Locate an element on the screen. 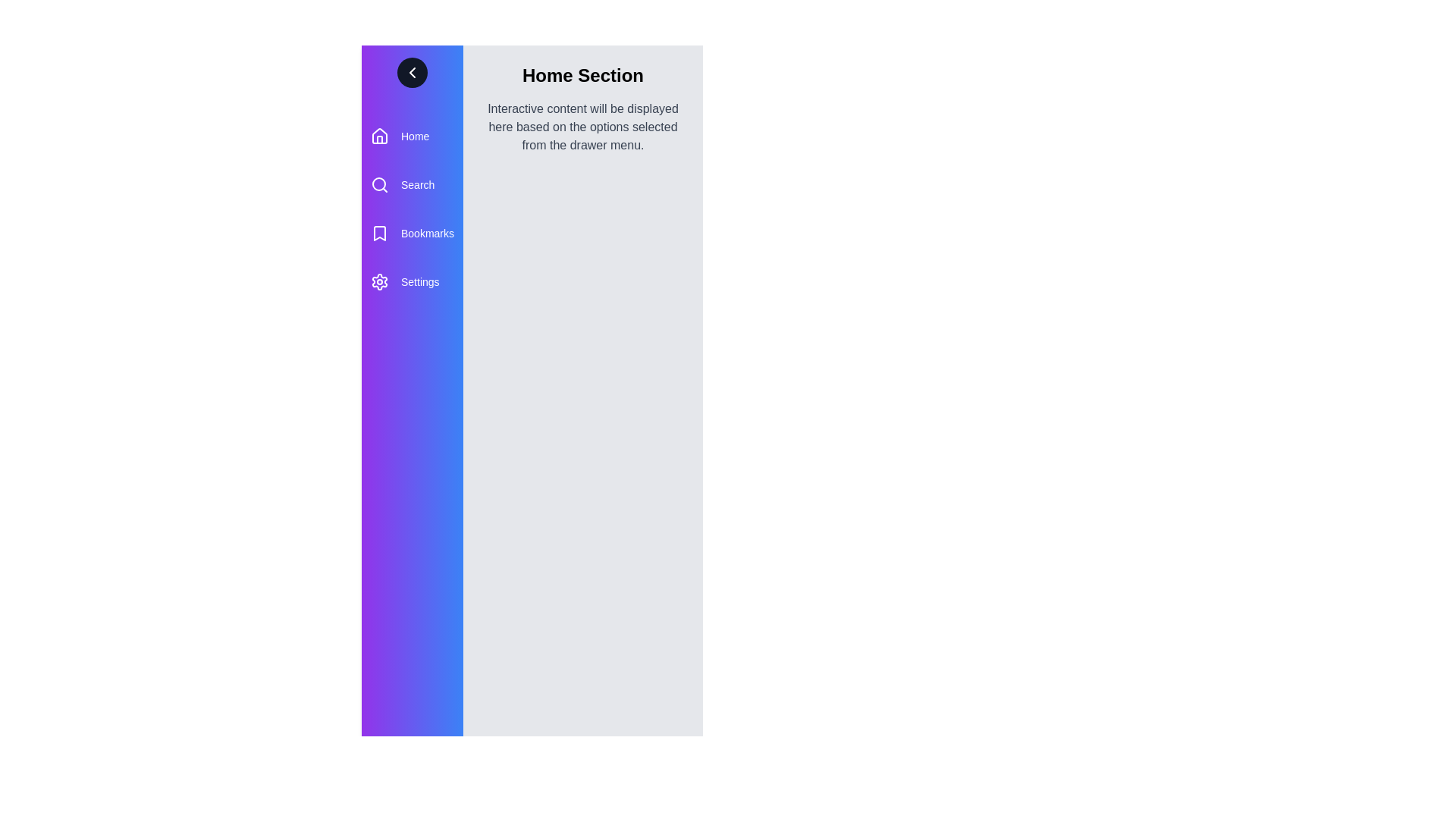 Image resolution: width=1456 pixels, height=819 pixels. toggle button to change the drawer's state is located at coordinates (412, 73).